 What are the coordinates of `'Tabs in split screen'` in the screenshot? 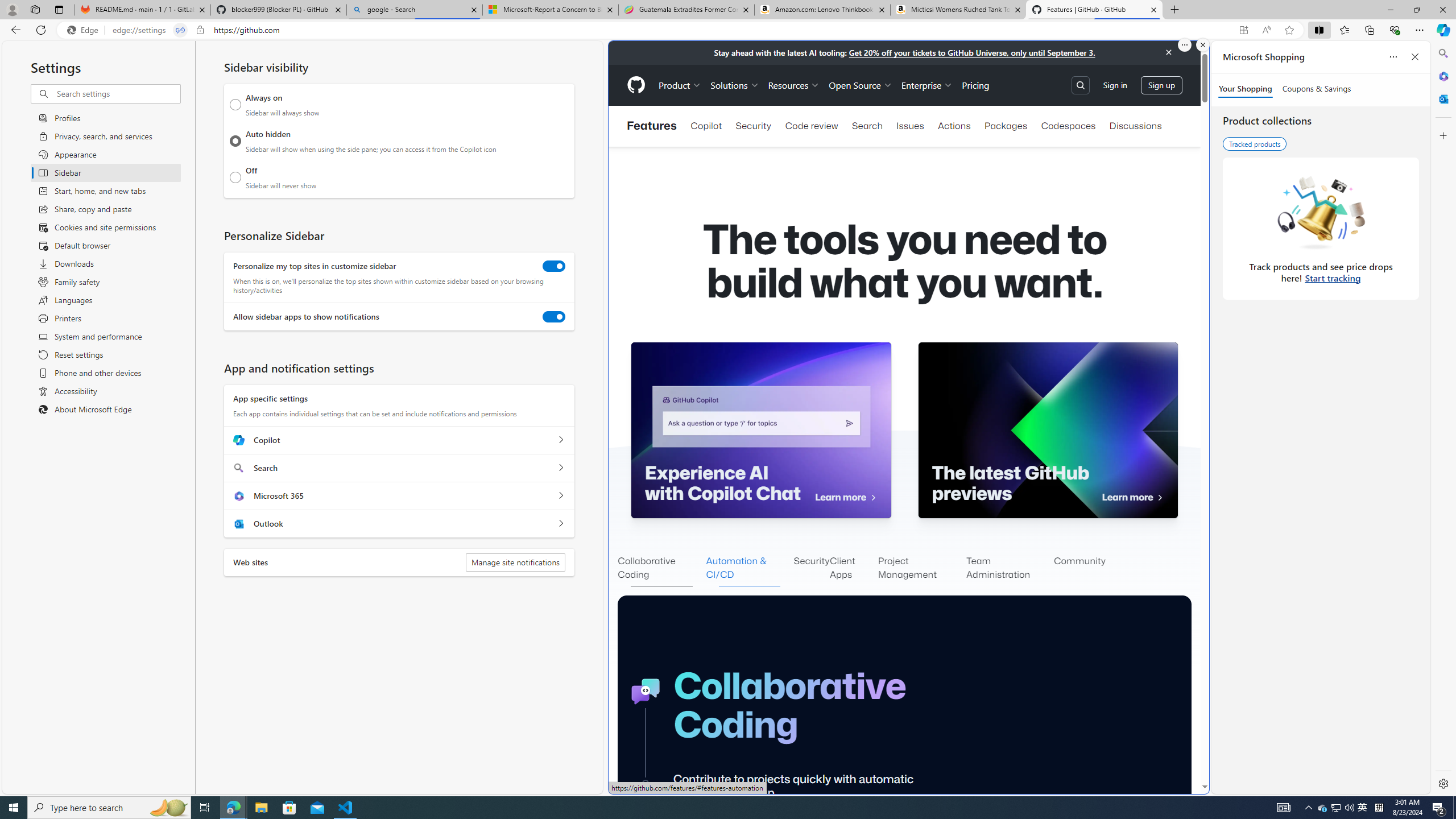 It's located at (180, 30).